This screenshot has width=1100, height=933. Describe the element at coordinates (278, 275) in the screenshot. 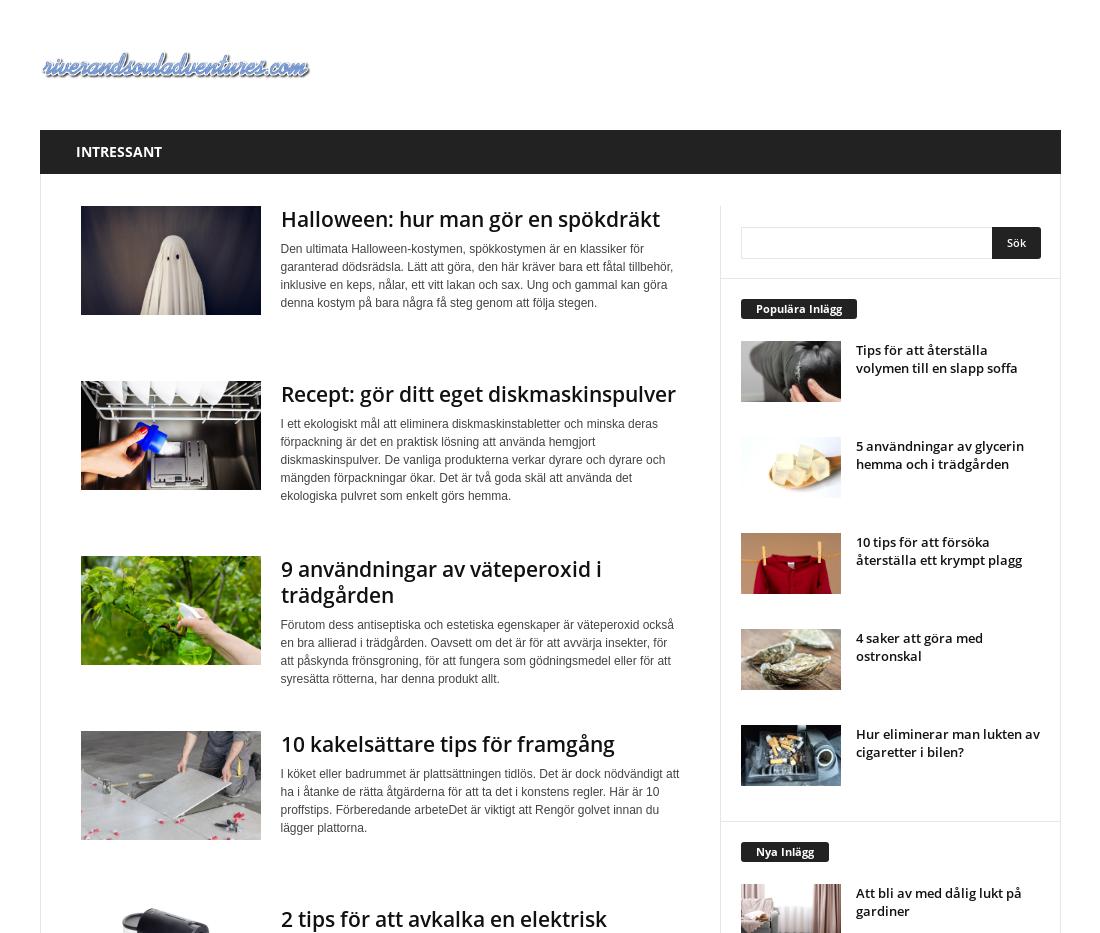

I see `'Den ultimata Halloween-kostymen, spökkostymen är en klassiker för garanterad dödsrädsla. Lätt att göra, den här kräver bara ett fåtal tillbehör, inklusive en keps, nålar, ett vitt lakan och sax. Ung och gammal kan göra denna kostym på bara några få steg genom att följa stegen.'` at that location.